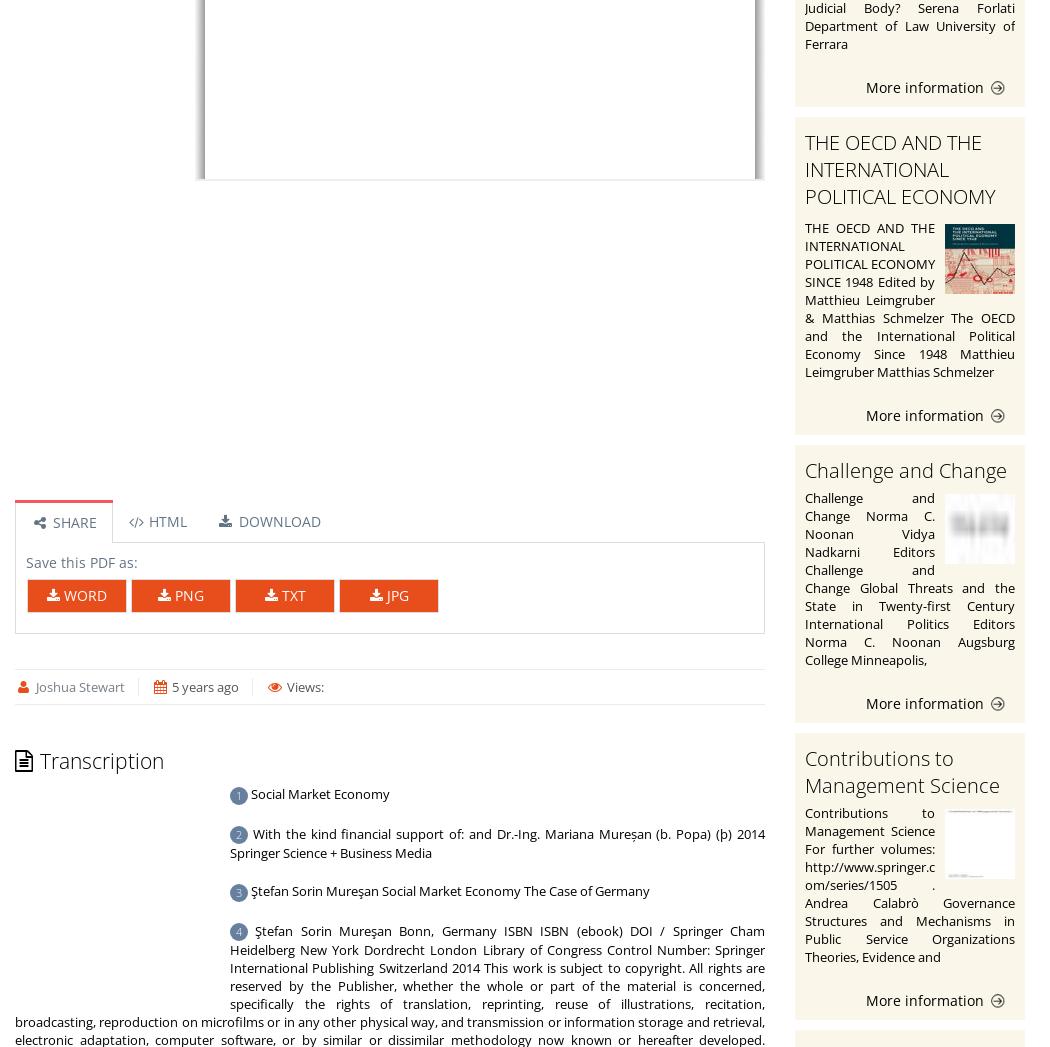  What do you see at coordinates (236, 890) in the screenshot?
I see `'3'` at bounding box center [236, 890].